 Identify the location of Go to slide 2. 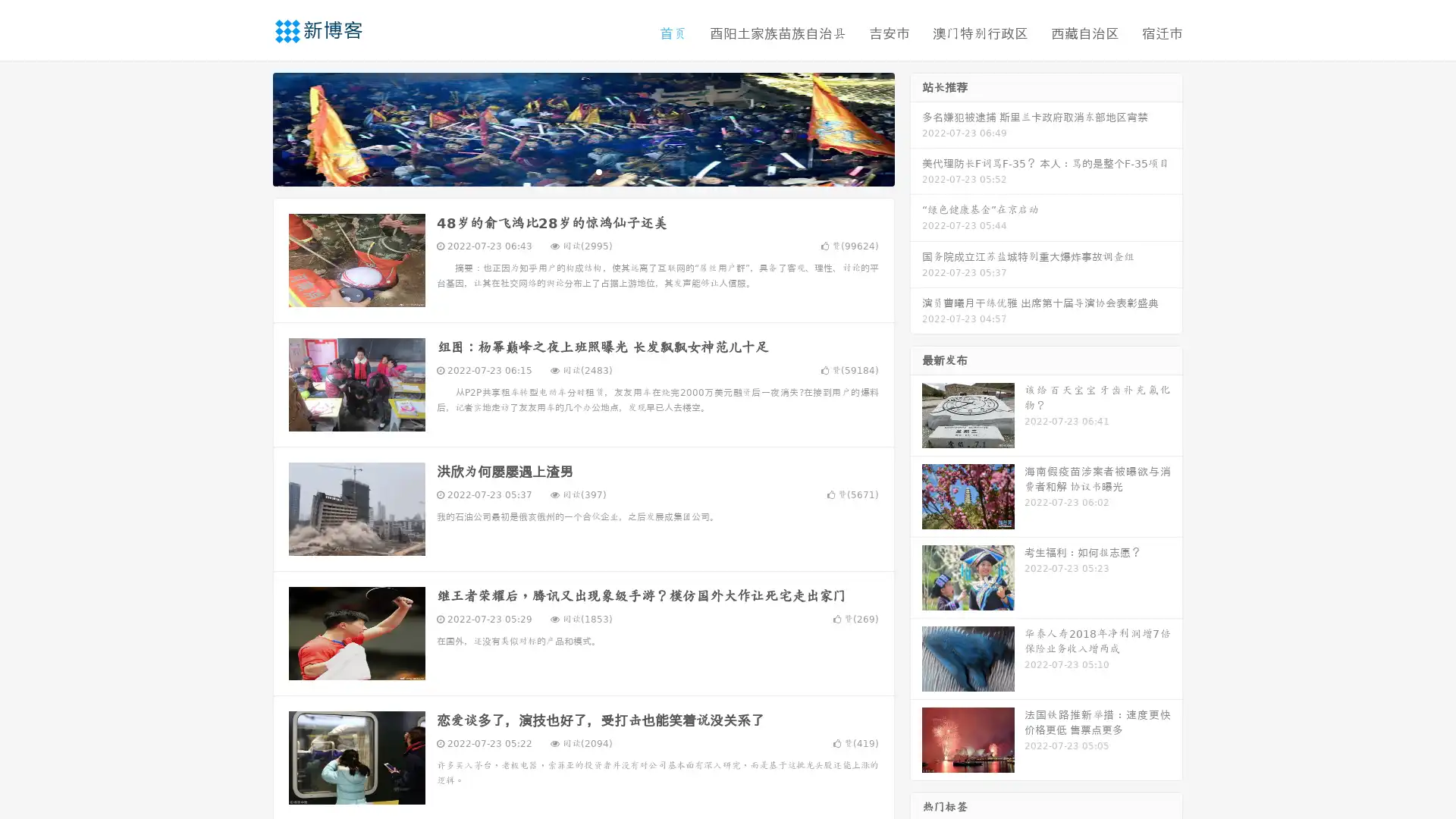
(582, 171).